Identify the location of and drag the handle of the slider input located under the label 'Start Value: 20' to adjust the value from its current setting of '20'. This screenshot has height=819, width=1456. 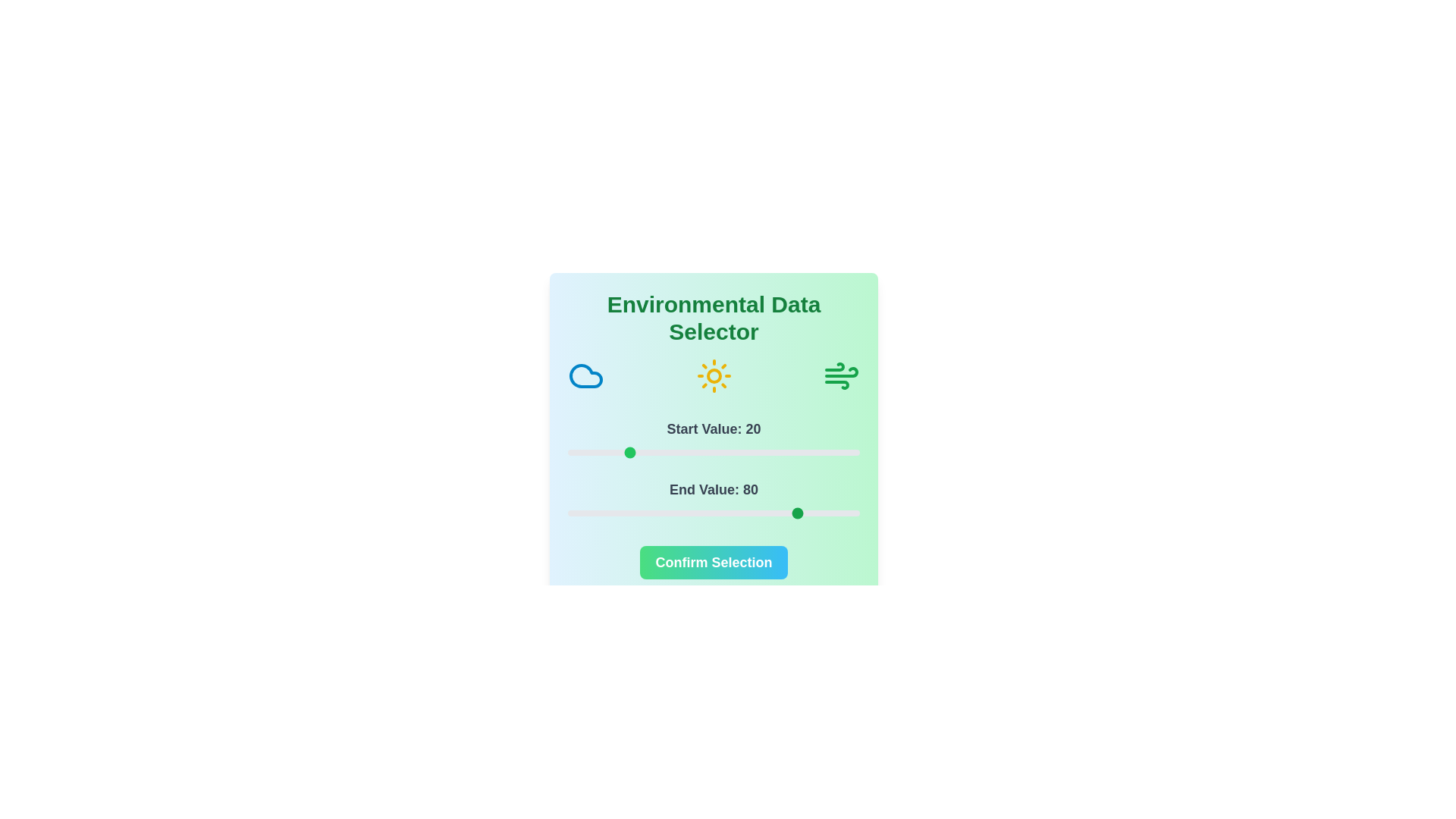
(713, 452).